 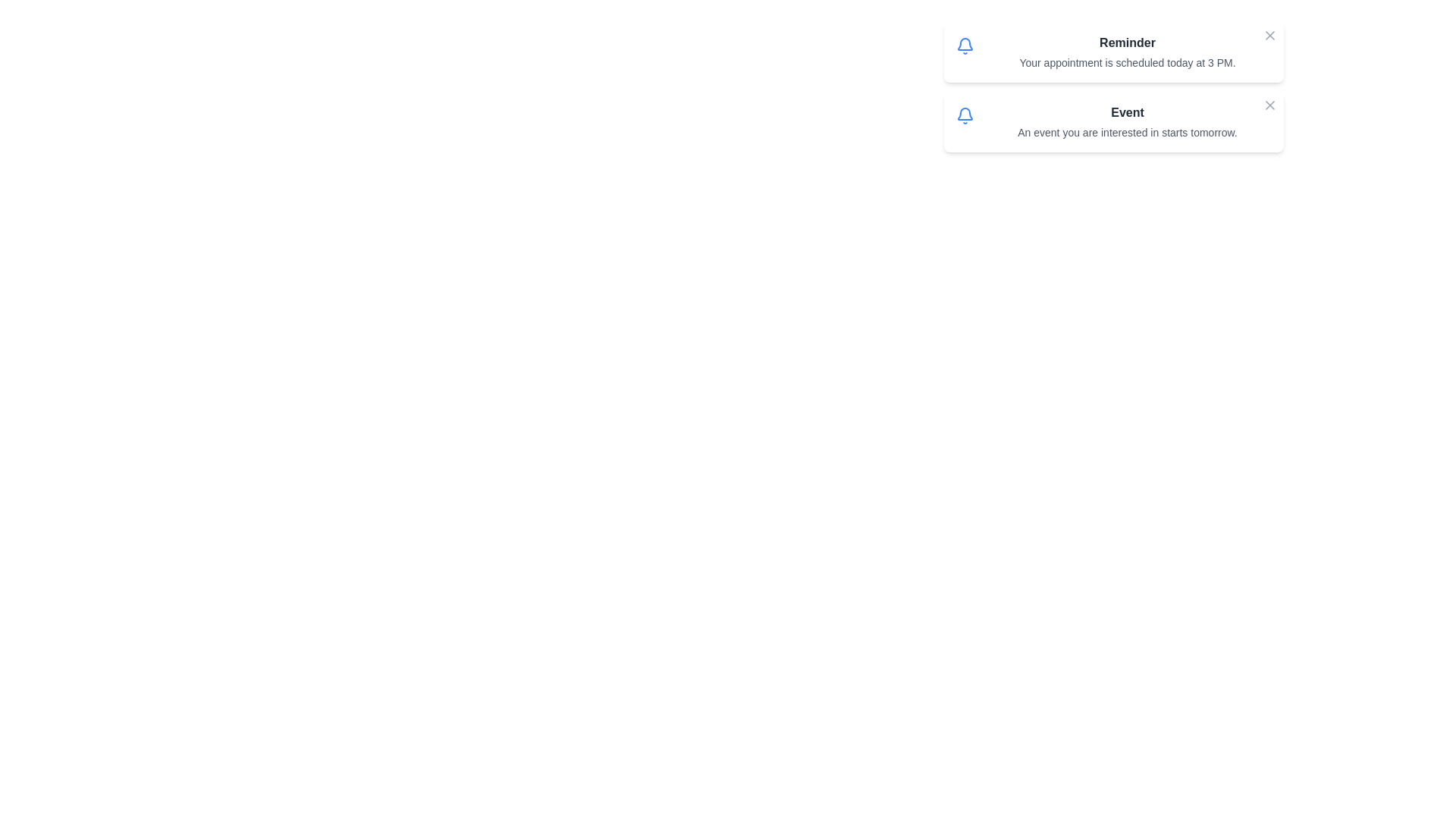 What do you see at coordinates (964, 43) in the screenshot?
I see `the upper portion of the bell icon within the 'Reminder' card, which is located to the left of the text content indicating 'Your appointment is scheduled today at 3 PM.'` at bounding box center [964, 43].